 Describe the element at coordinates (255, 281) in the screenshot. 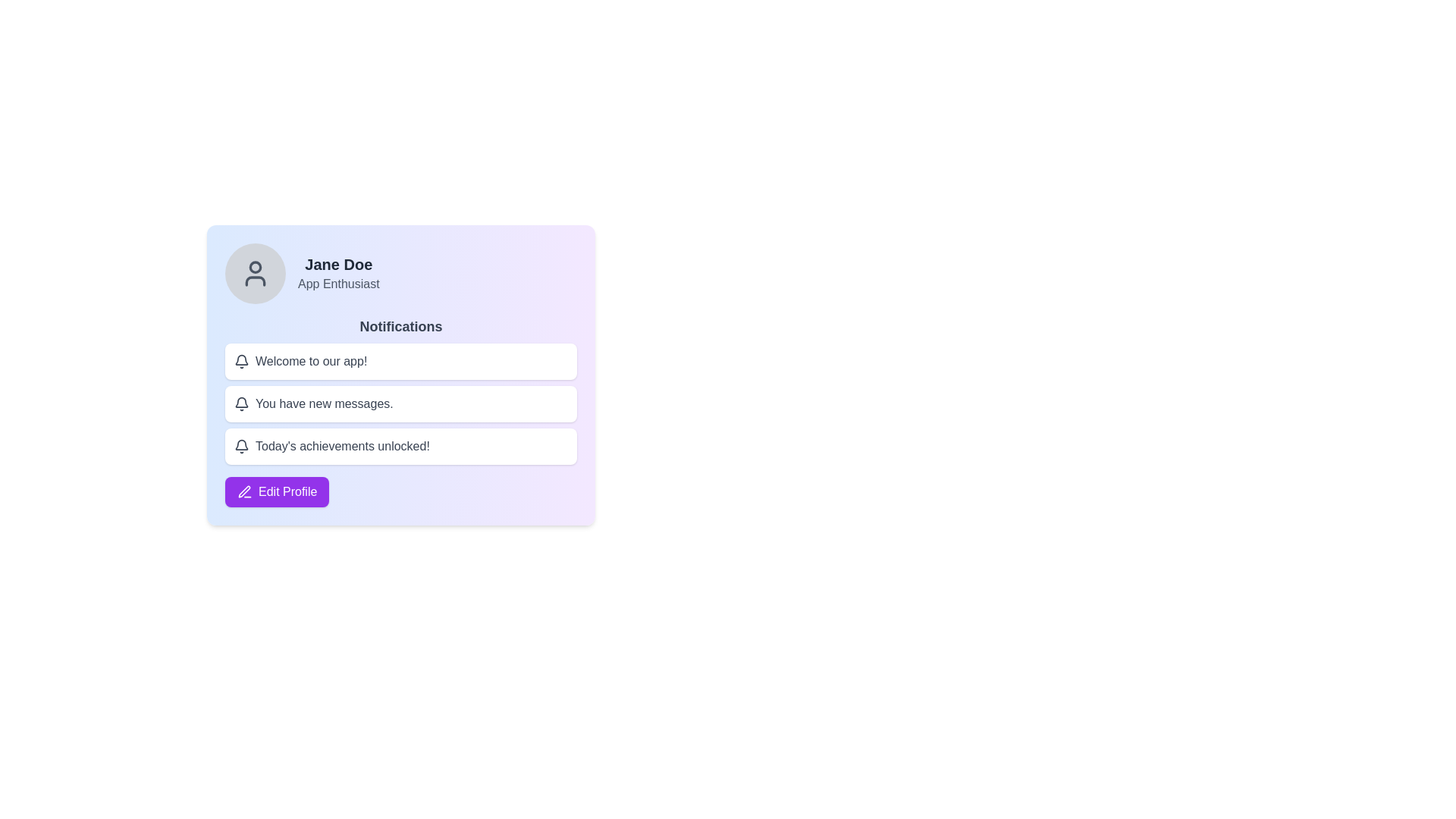

I see `the curved line graphic that forms the lower part of the user profile icon, which is positioned at the top left of the interface` at that location.